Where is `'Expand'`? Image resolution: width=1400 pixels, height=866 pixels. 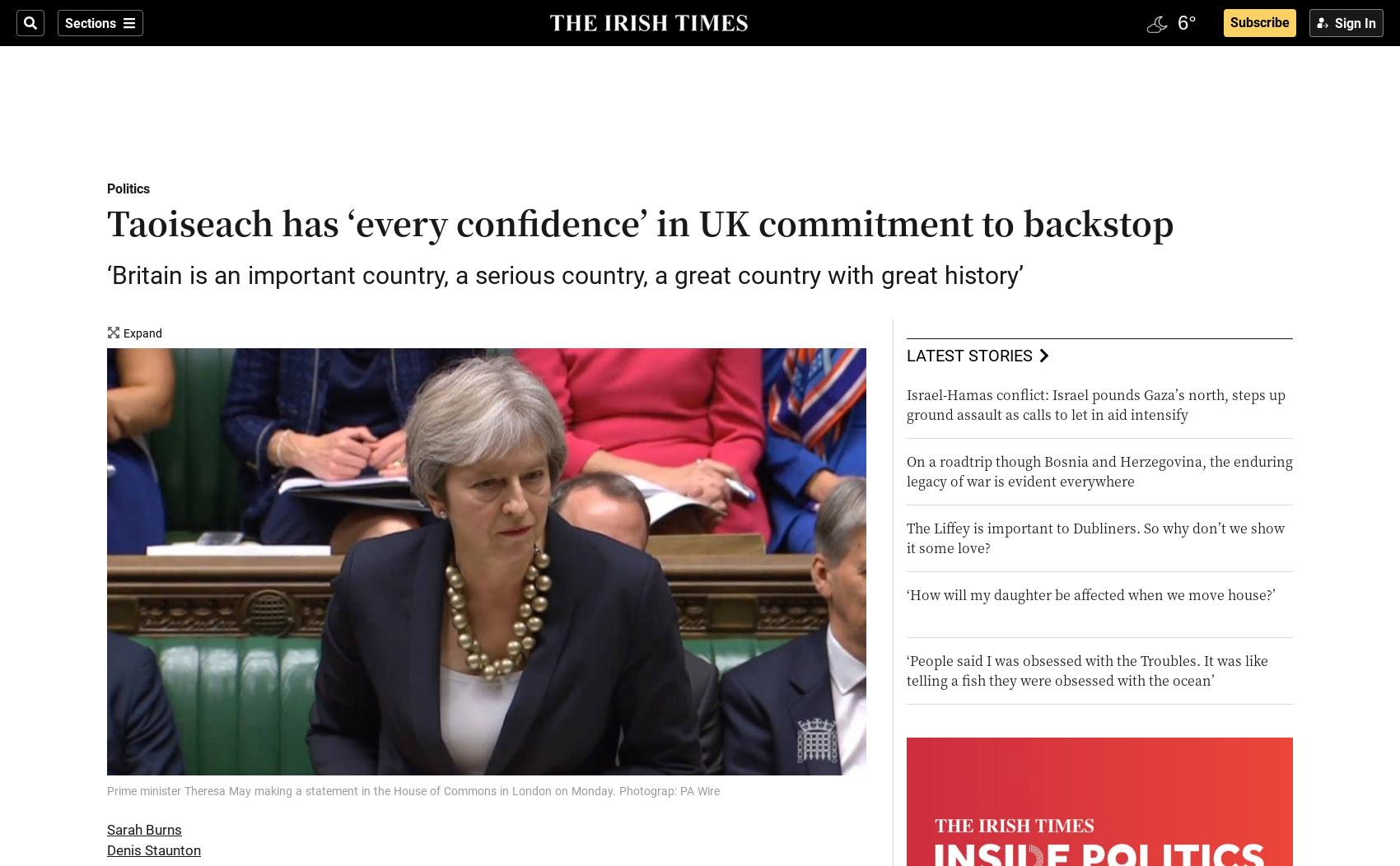 'Expand' is located at coordinates (122, 333).